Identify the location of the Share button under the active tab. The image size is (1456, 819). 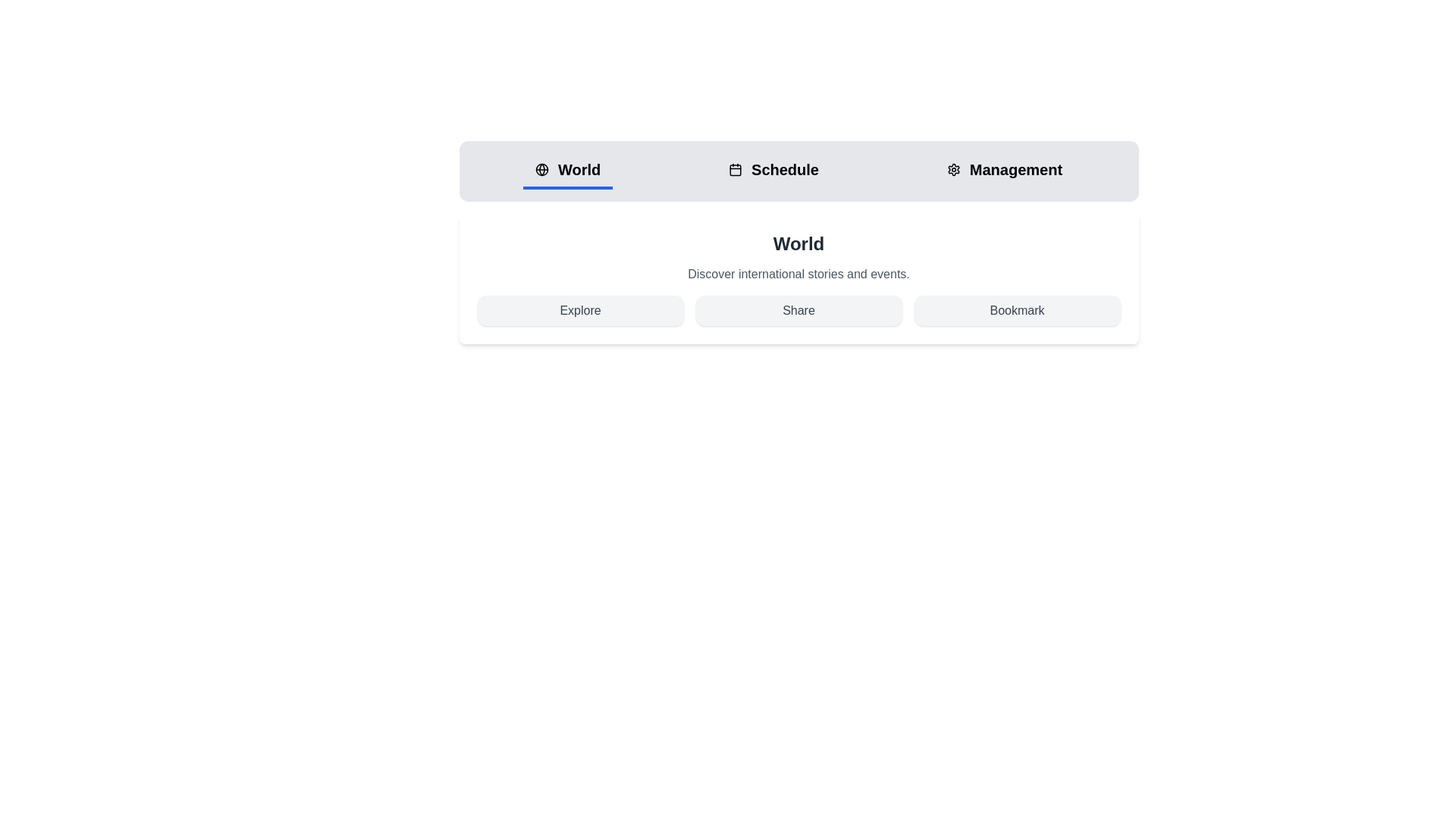
(798, 309).